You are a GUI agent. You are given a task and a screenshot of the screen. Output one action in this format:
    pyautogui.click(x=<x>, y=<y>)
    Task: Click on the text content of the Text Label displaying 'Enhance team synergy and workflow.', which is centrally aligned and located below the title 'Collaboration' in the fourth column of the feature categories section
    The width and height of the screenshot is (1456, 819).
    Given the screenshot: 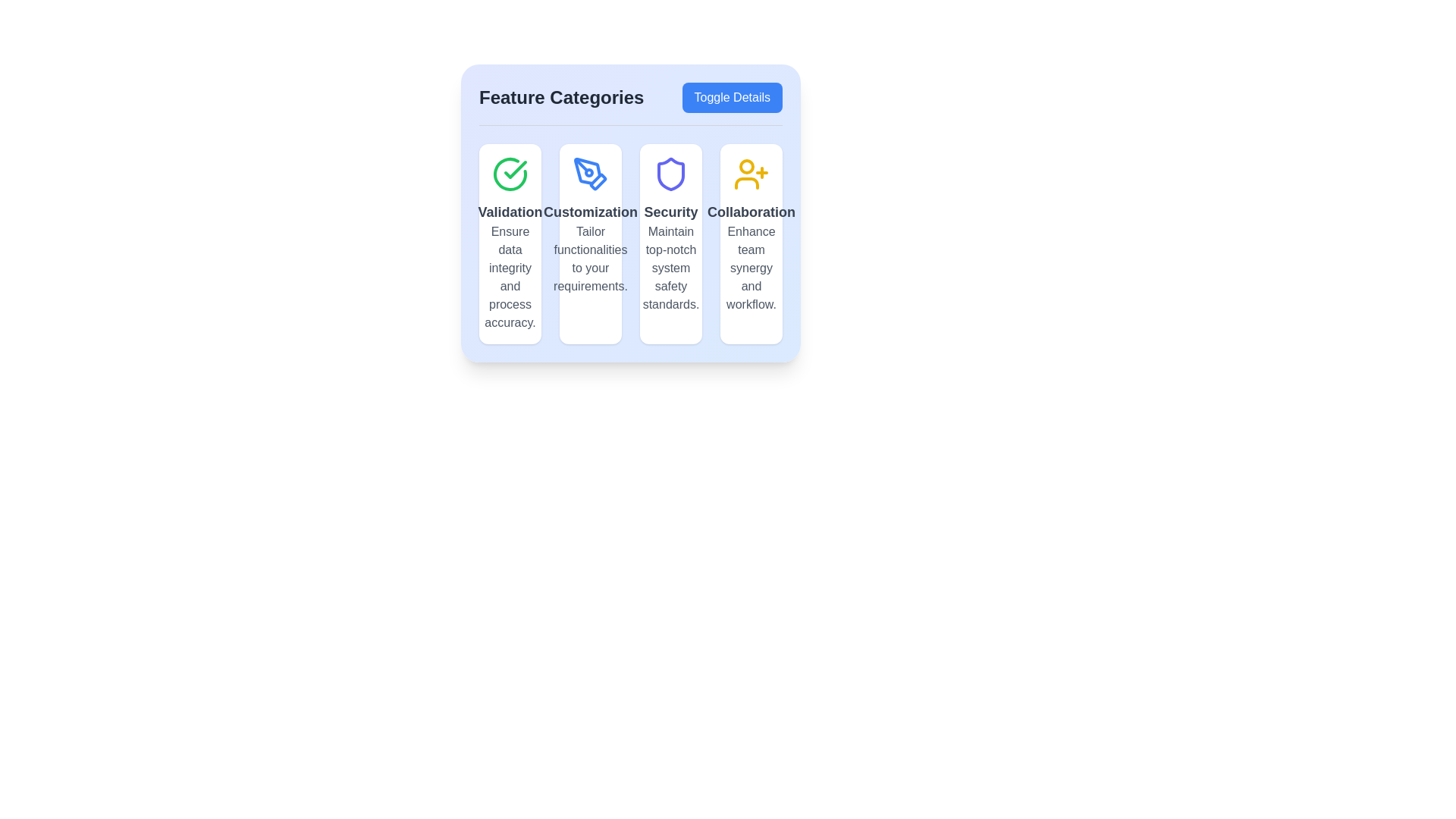 What is the action you would take?
    pyautogui.click(x=752, y=268)
    